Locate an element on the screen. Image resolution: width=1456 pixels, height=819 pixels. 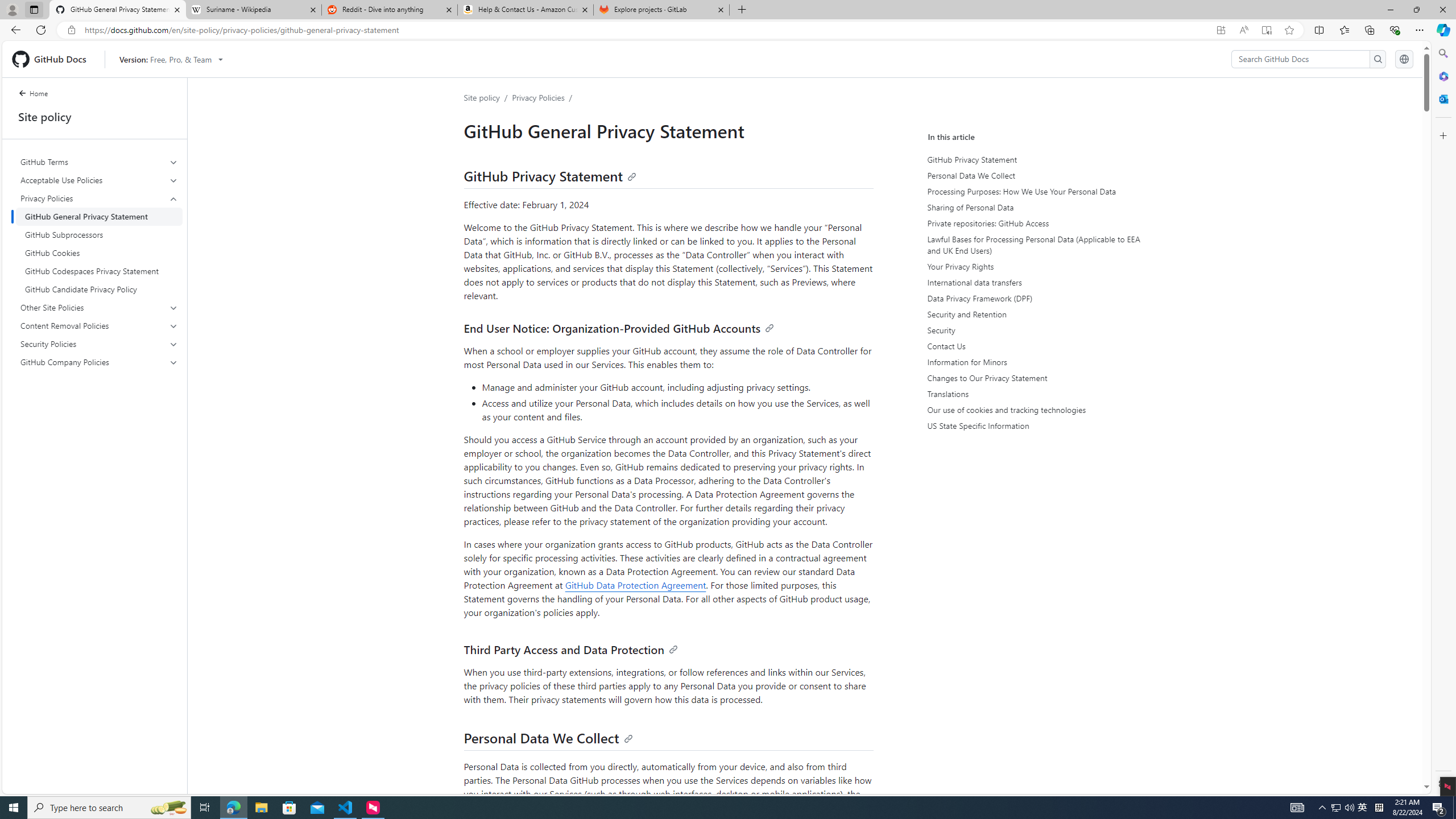
'Sharing of Personal Data' is located at coordinates (1032, 207).